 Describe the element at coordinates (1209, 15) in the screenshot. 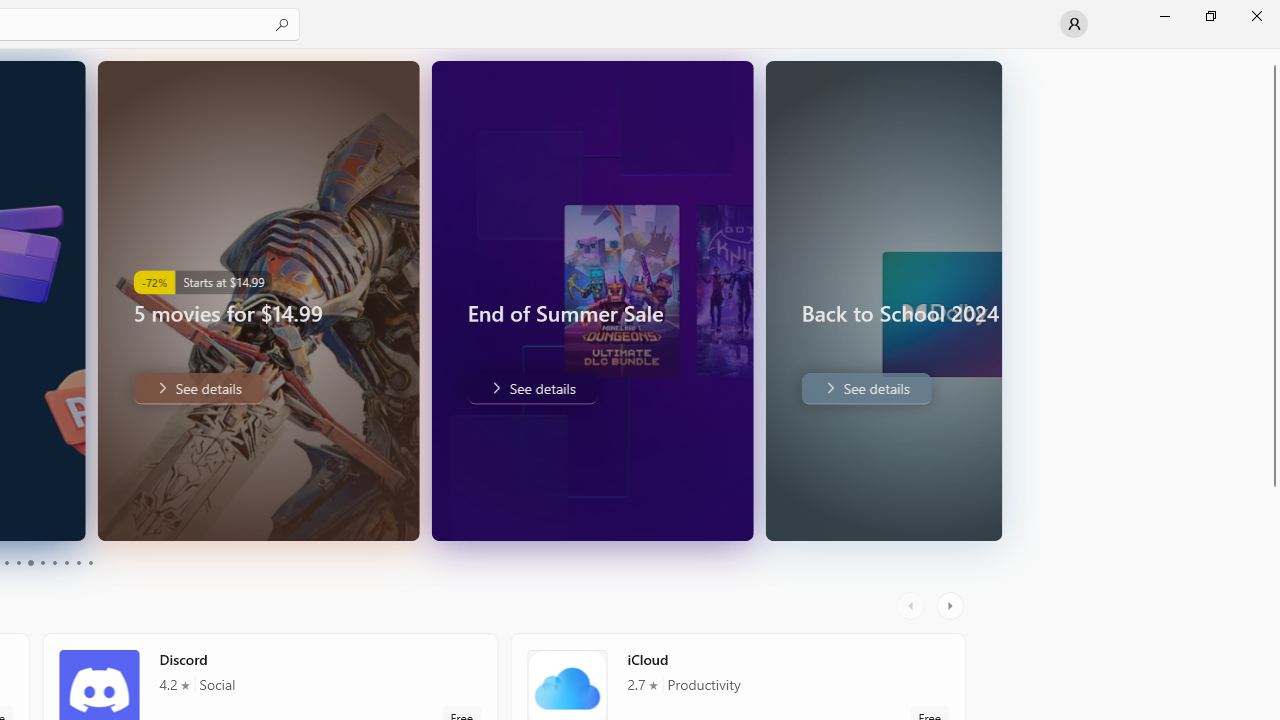

I see `'Restore Microsoft Store'` at that location.